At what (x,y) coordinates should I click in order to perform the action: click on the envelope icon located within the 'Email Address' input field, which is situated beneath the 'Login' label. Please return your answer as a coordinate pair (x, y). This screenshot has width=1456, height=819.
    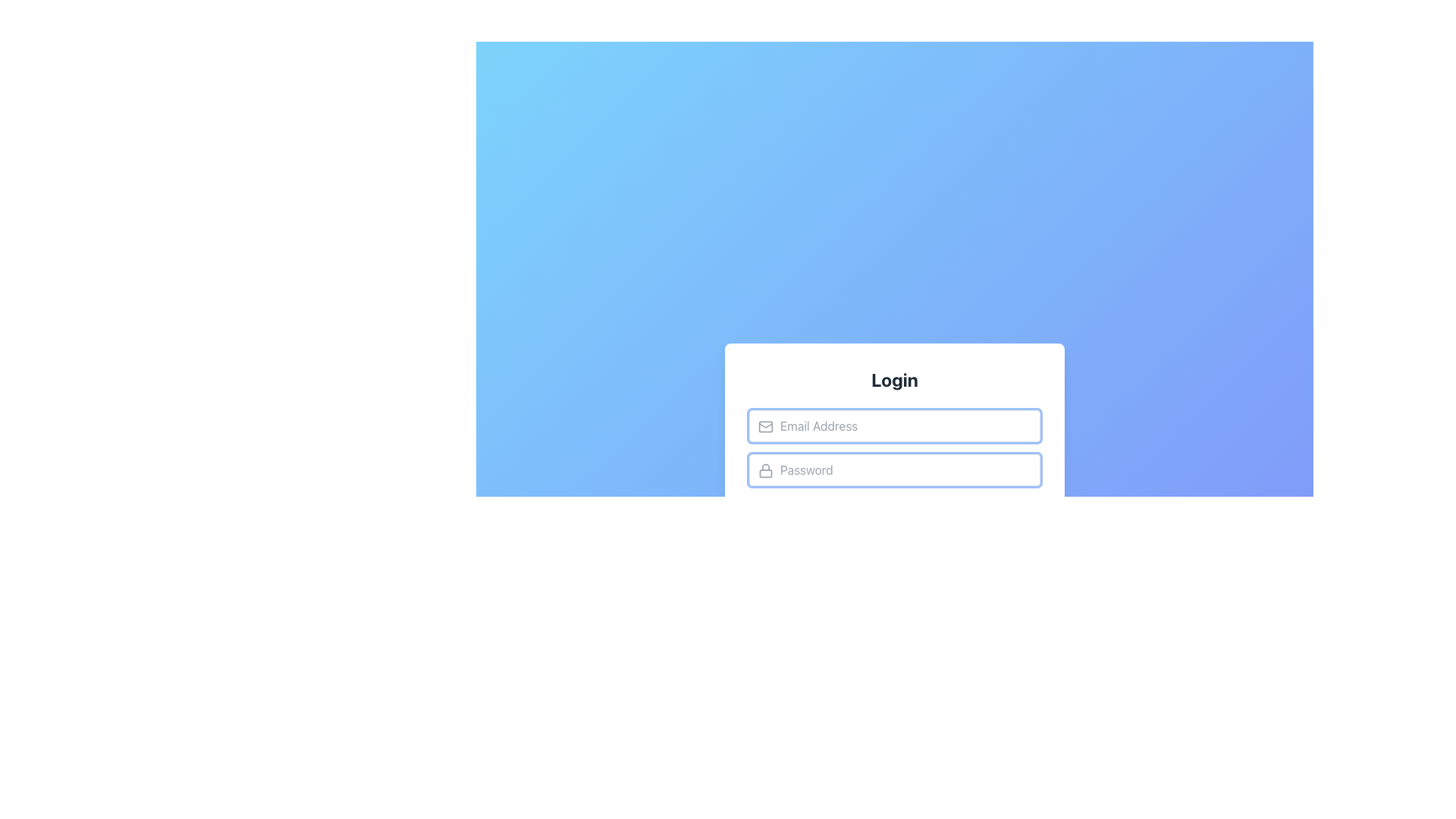
    Looking at the image, I should click on (765, 427).